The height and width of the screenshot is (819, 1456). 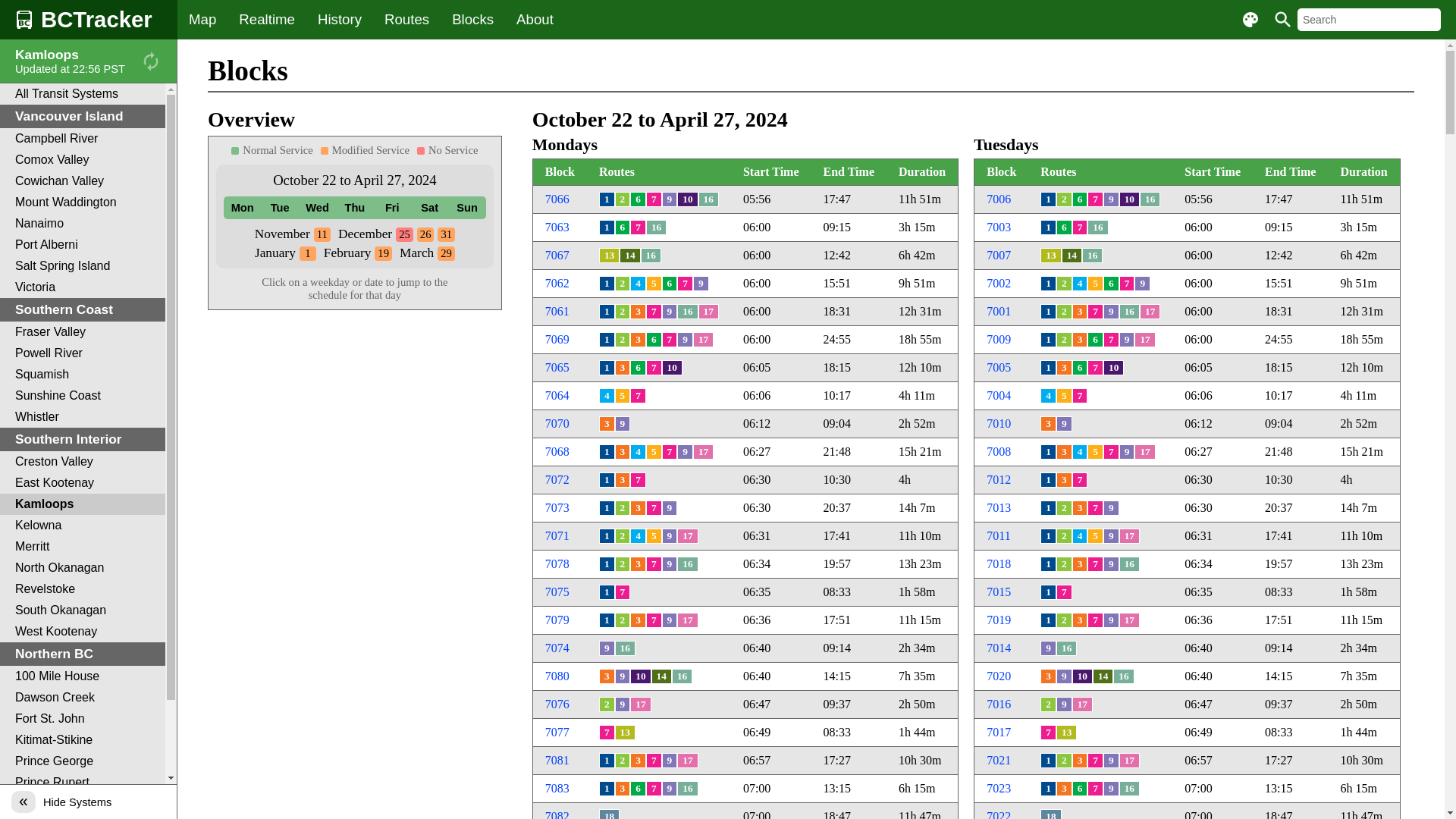 I want to click on '7005', so click(x=998, y=367).